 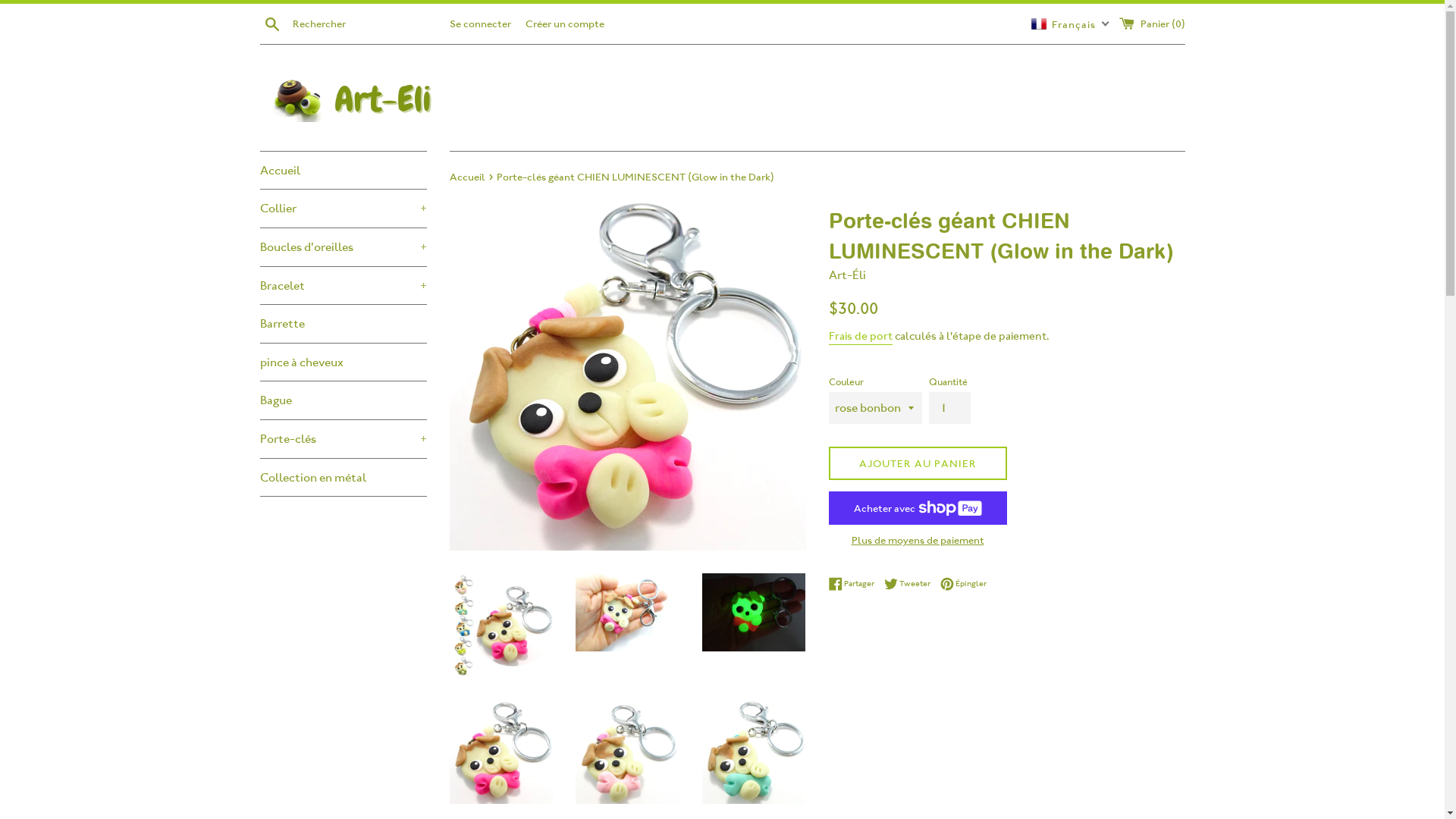 What do you see at coordinates (827, 463) in the screenshot?
I see `'AJOUTER AU PANIER'` at bounding box center [827, 463].